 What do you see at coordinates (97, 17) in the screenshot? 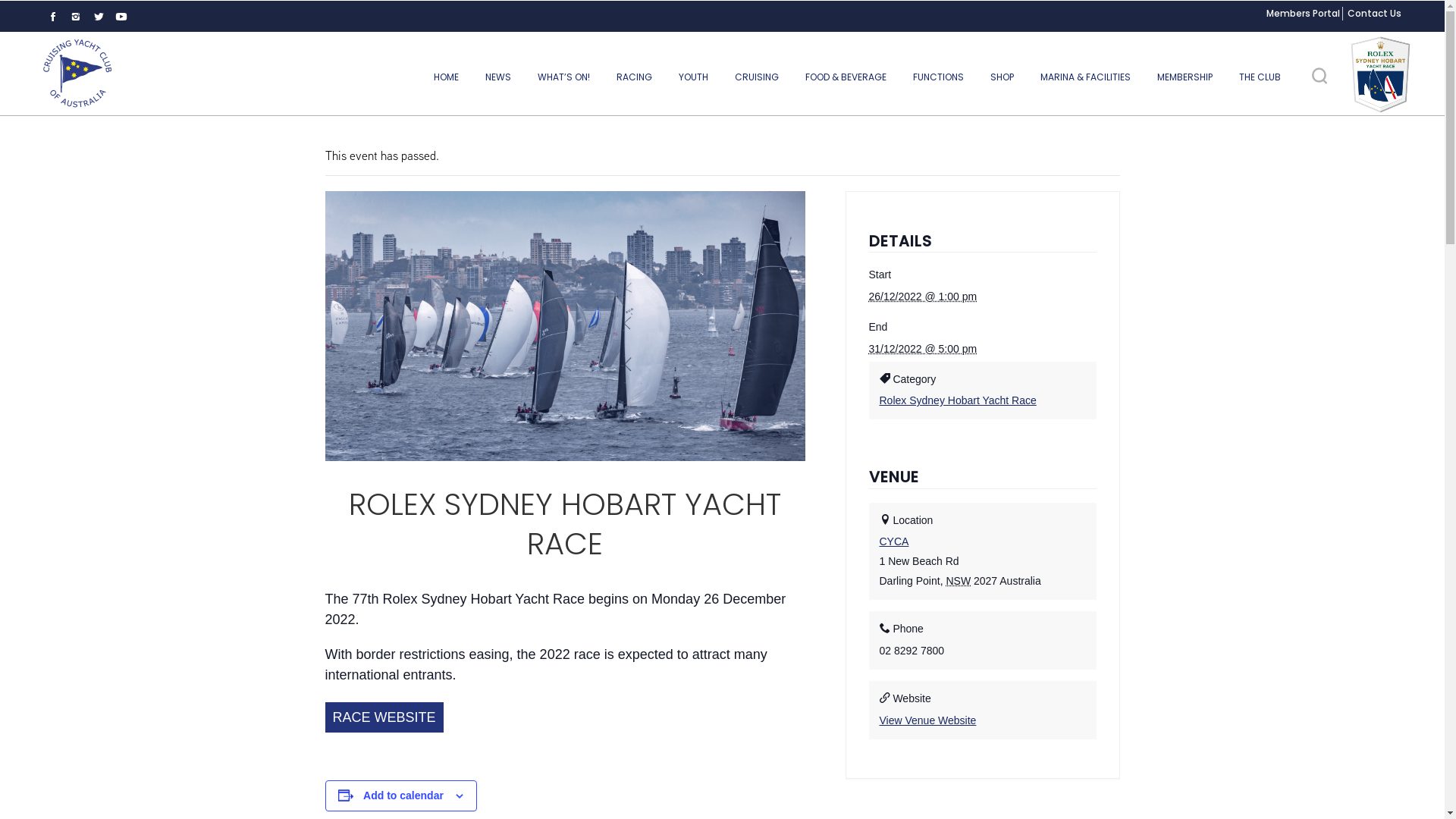
I see `'Visit our Twitter feed'` at bounding box center [97, 17].